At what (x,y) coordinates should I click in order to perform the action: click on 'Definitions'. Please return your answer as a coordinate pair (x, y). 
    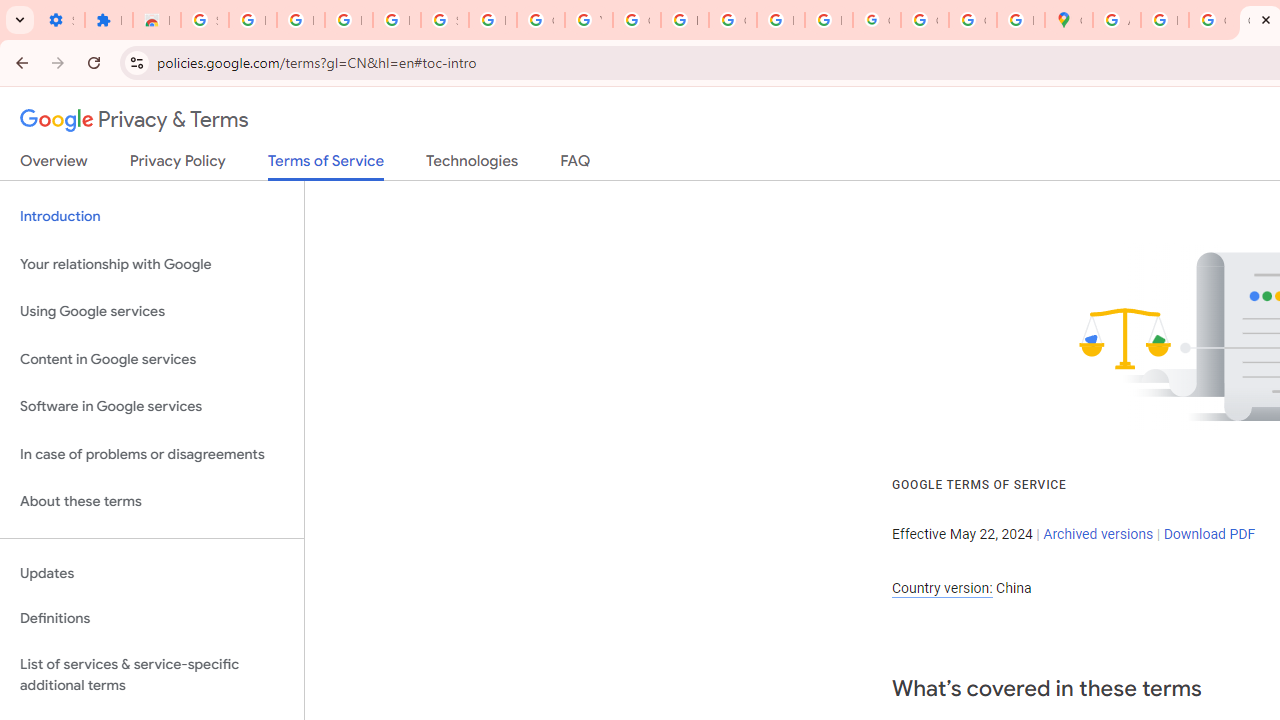
    Looking at the image, I should click on (151, 618).